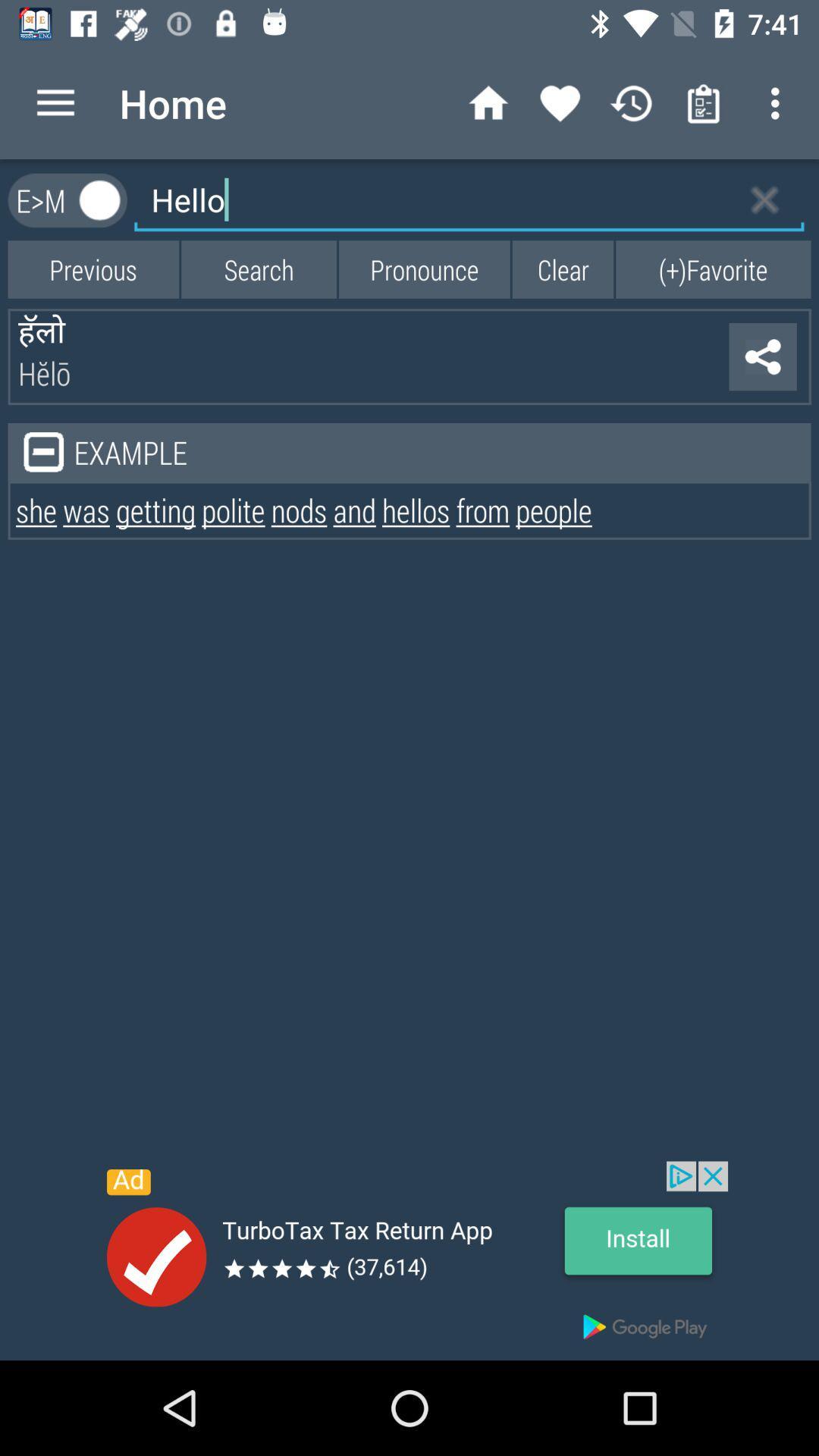 Image resolution: width=819 pixels, height=1456 pixels. I want to click on install different app, so click(409, 1260).